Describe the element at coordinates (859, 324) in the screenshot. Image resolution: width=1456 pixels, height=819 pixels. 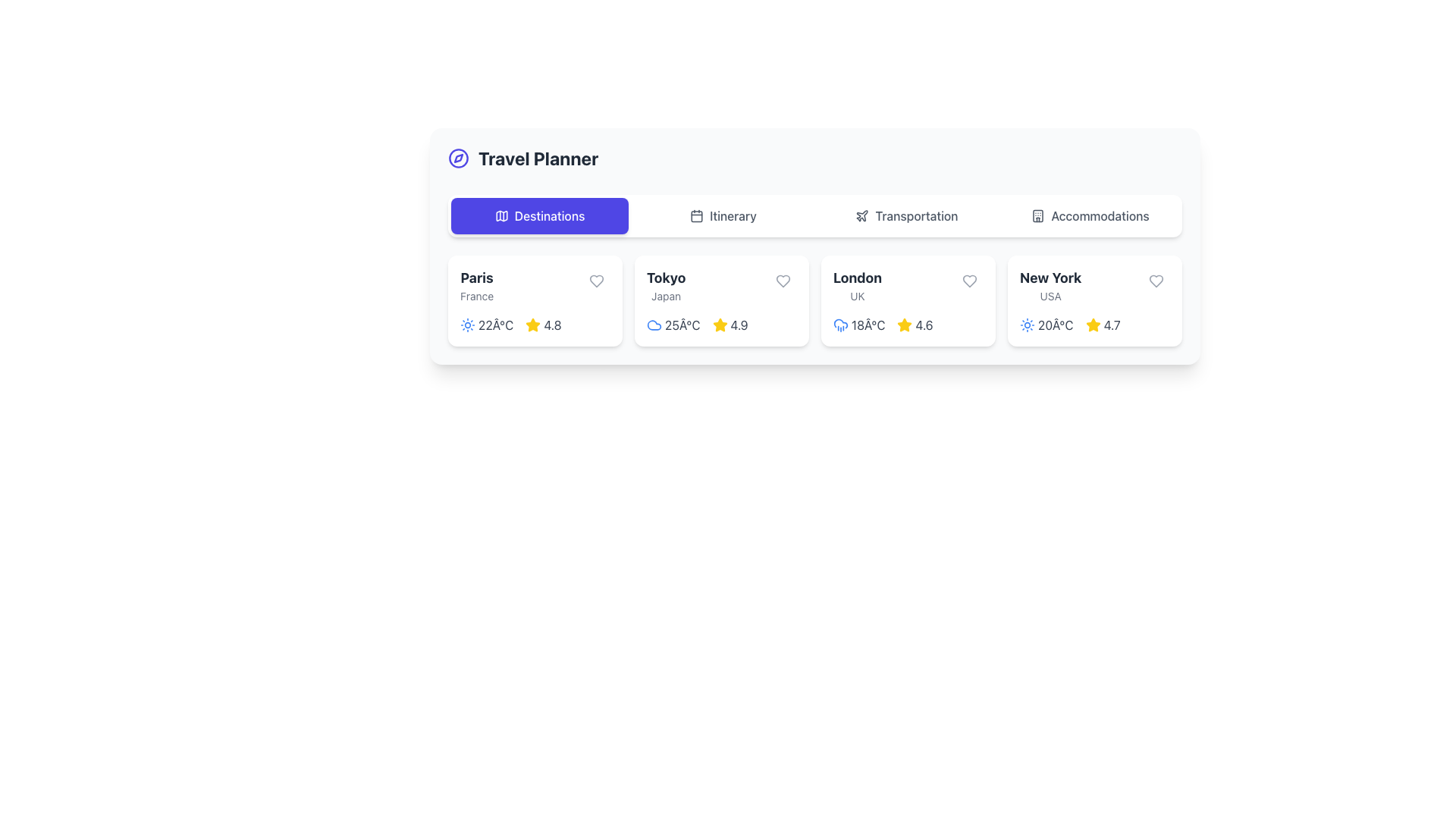
I see `temperature information '18°C' displayed in gray text, which is located in the card labeled 'London' under the 'Destinations' tab, next to the cloud and rain icon` at that location.